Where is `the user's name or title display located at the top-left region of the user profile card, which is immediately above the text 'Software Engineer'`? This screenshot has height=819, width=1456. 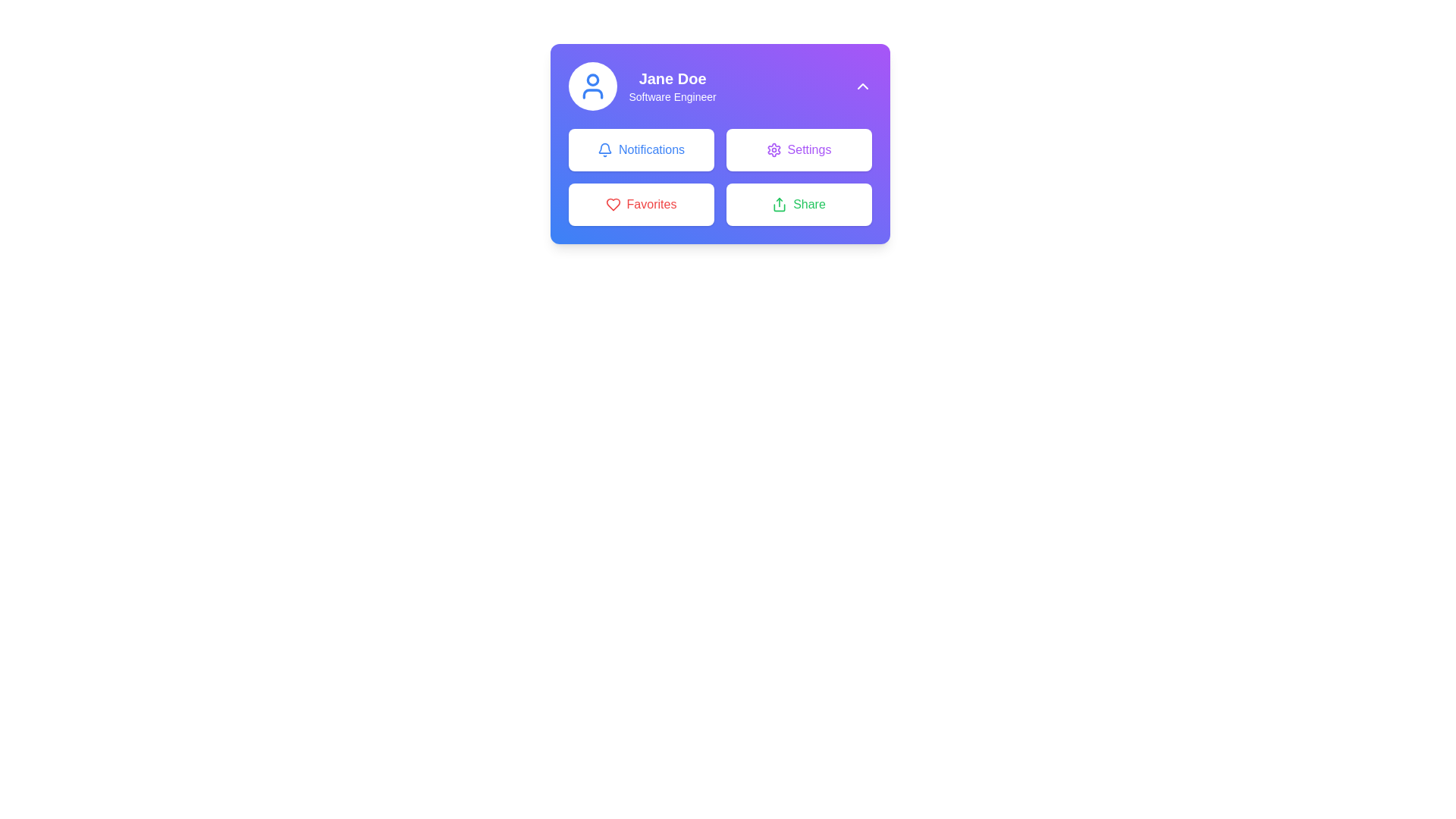
the user's name or title display located at the top-left region of the user profile card, which is immediately above the text 'Software Engineer' is located at coordinates (672, 79).